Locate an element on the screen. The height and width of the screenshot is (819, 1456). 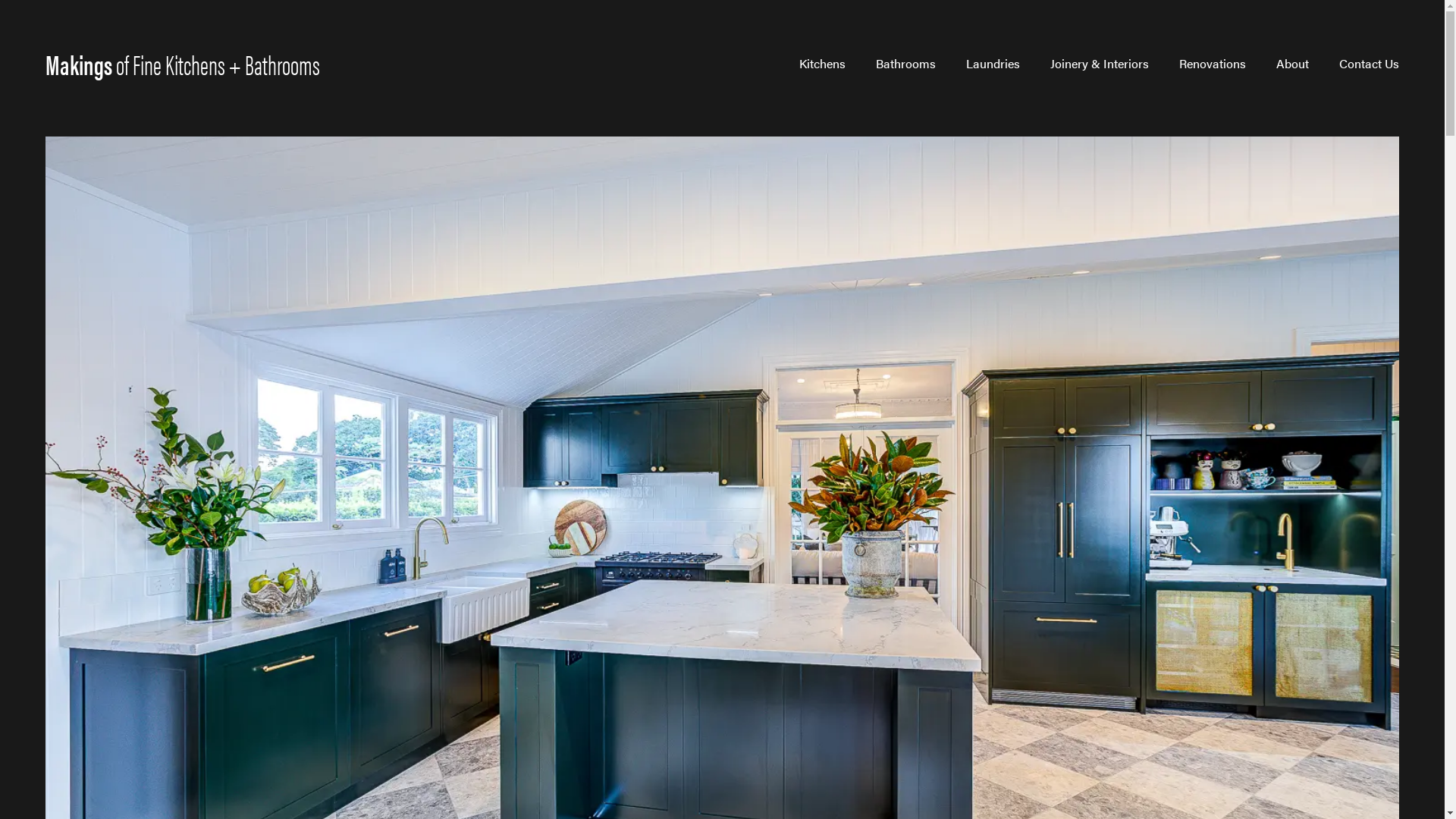
'Bathrooms' is located at coordinates (905, 63).